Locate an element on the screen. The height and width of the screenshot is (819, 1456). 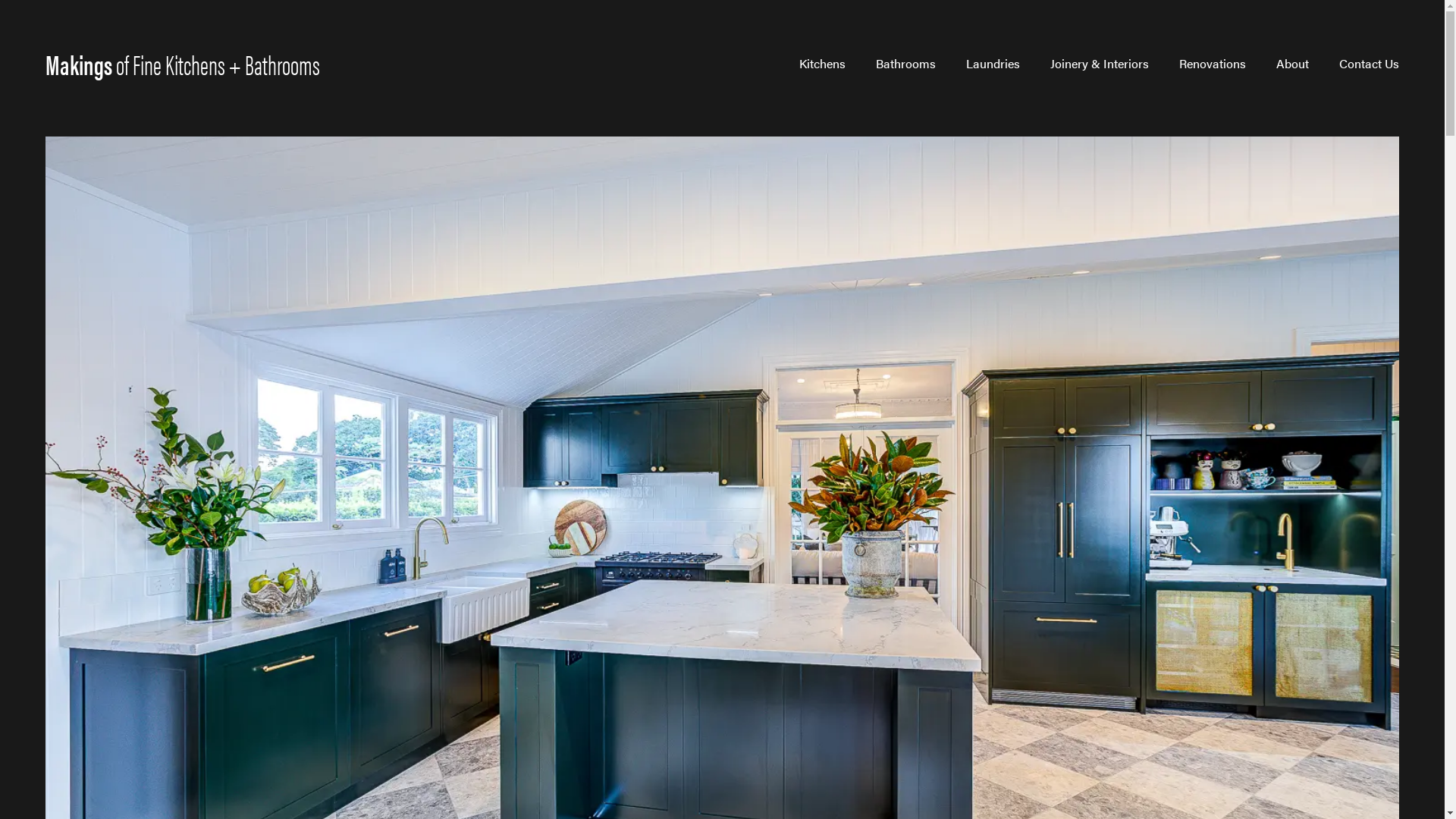
'Bathrooms' is located at coordinates (905, 63).